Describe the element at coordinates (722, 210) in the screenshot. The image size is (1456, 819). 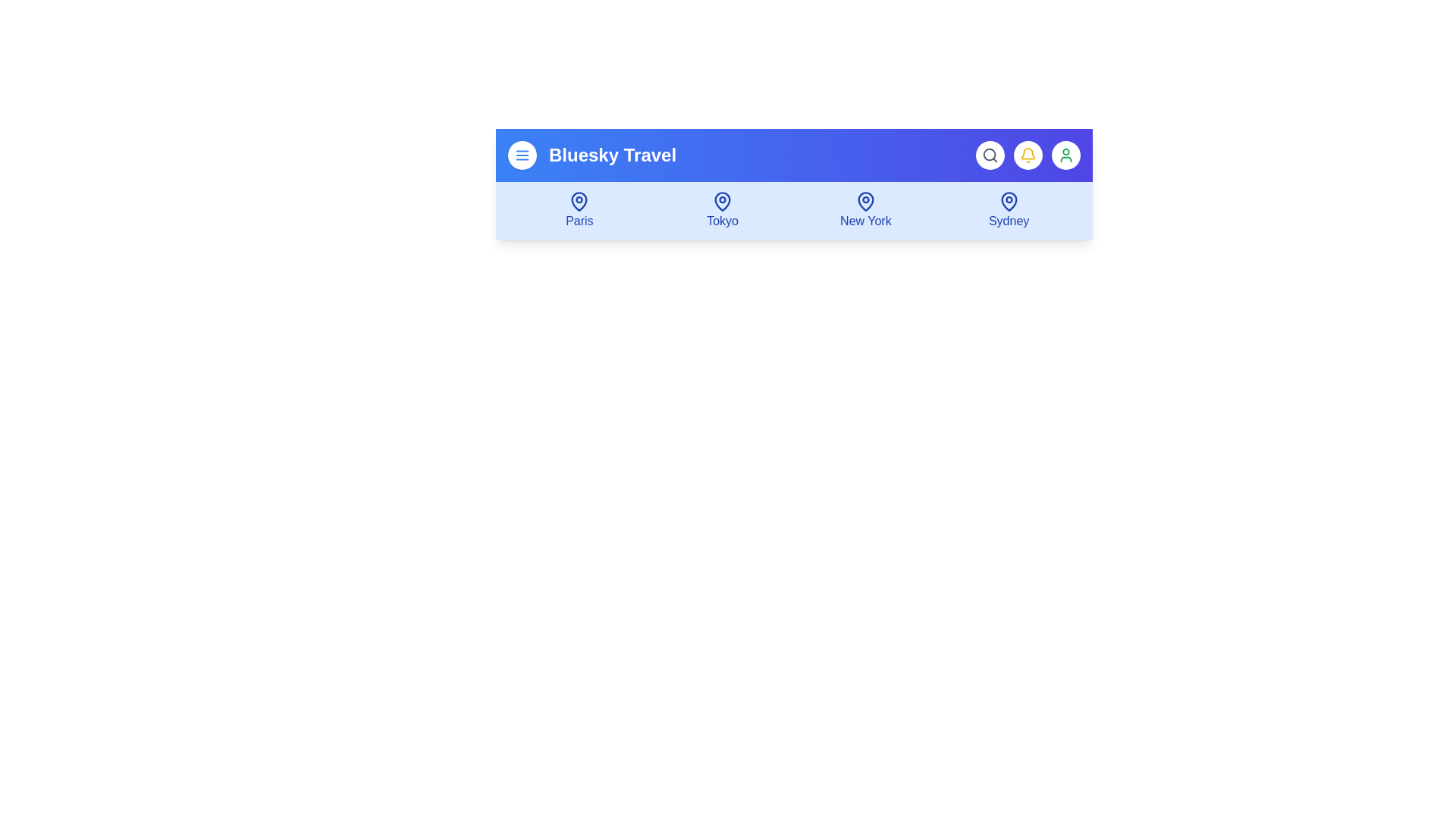
I see `the destination item Tokyo` at that location.